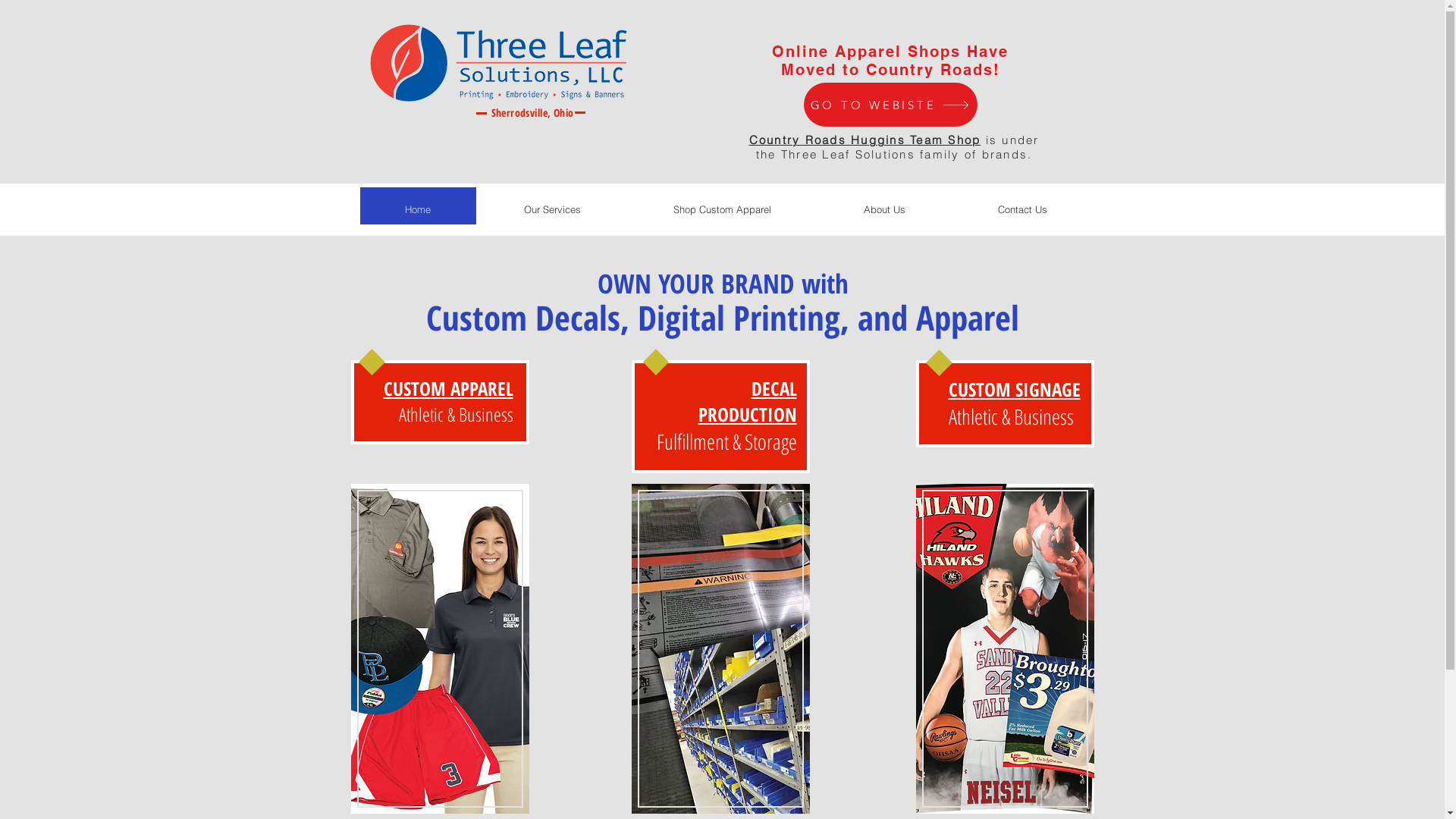 Image resolution: width=1456 pixels, height=819 pixels. Describe the element at coordinates (746, 400) in the screenshot. I see `'DECAL PRODUCTION'` at that location.